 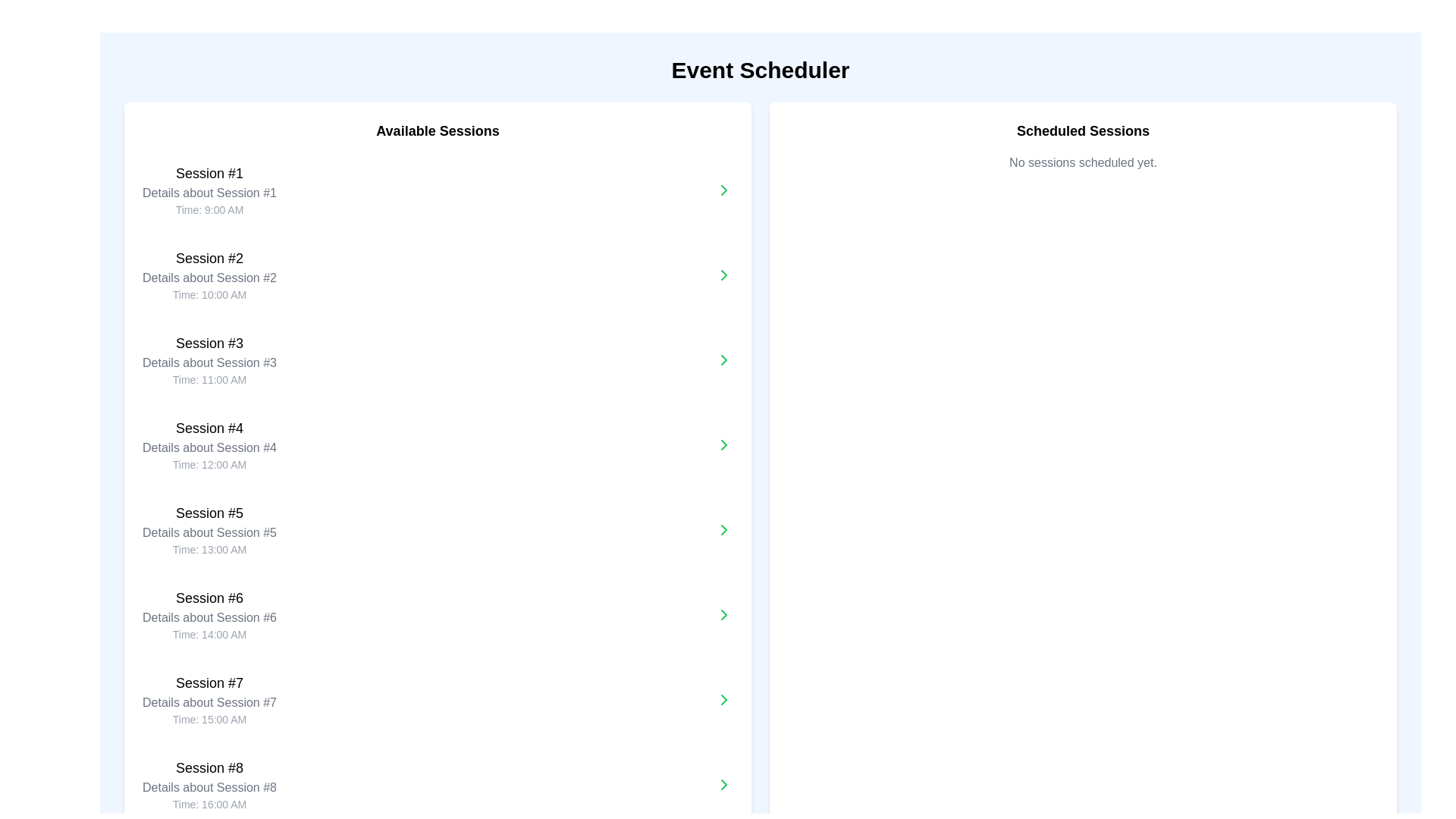 What do you see at coordinates (209, 550) in the screenshot?
I see `text displayed in the static label for 'Session #5', which provides information about the scheduled time of this session` at bounding box center [209, 550].